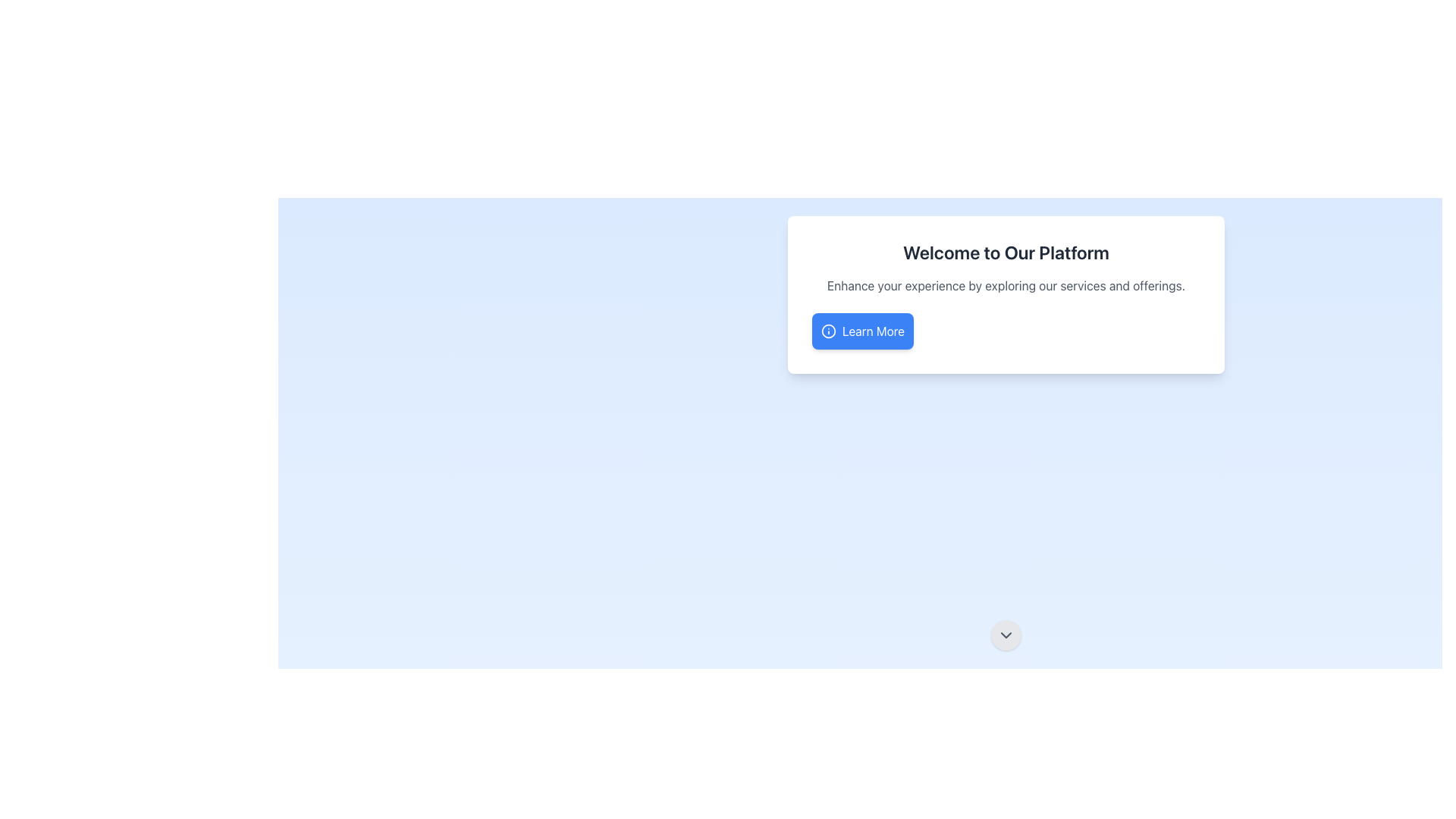 The height and width of the screenshot is (819, 1456). I want to click on the circular information icon with a blue background located to the immediate left of the 'Learn More' text, so click(828, 330).